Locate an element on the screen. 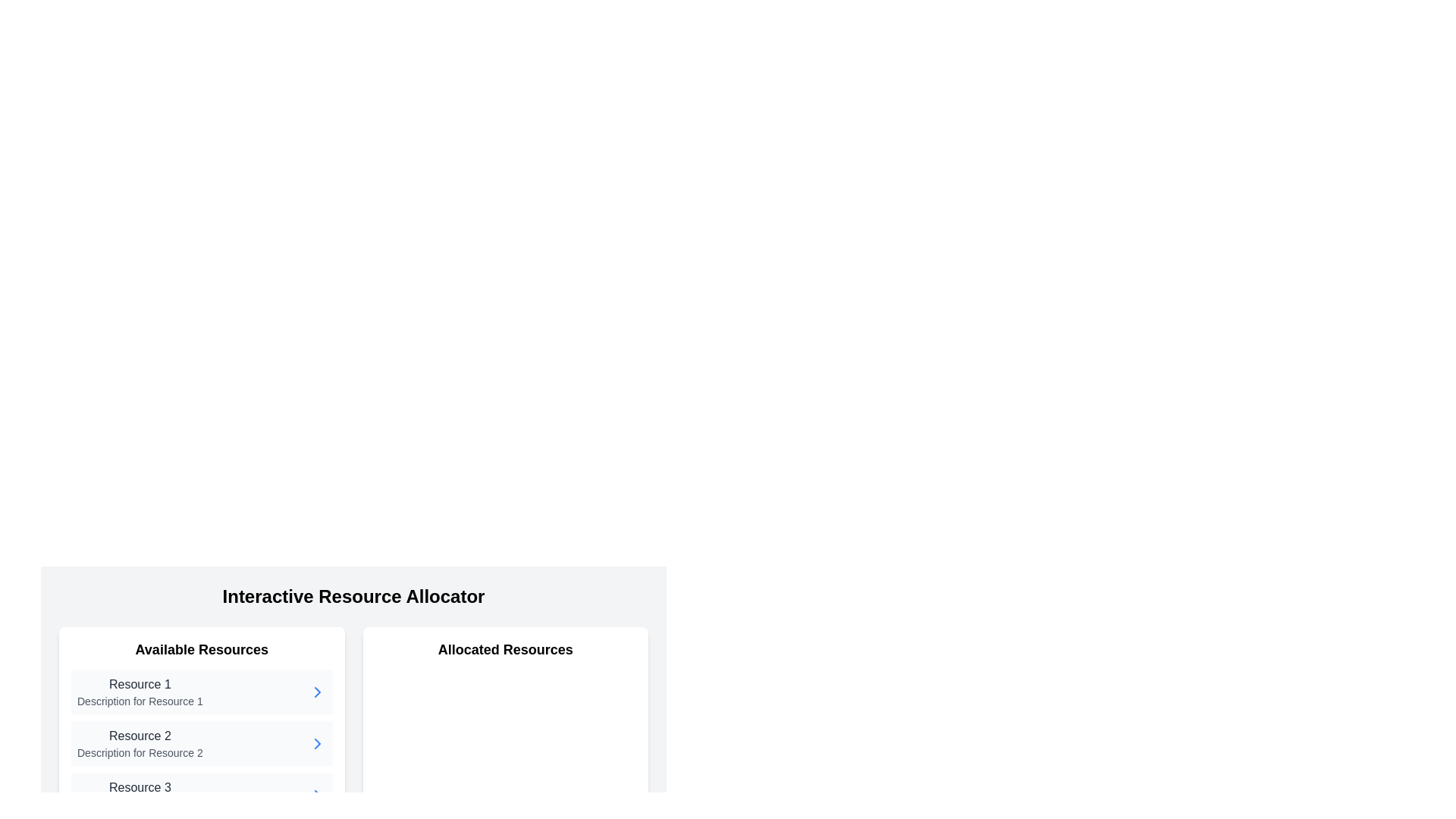 This screenshot has width=1456, height=819. the small blue chevron icon located to the right of the text 'Resource 1' in the 'Available Resources' column of the 'Interactive Resource Allocator' is located at coordinates (316, 692).